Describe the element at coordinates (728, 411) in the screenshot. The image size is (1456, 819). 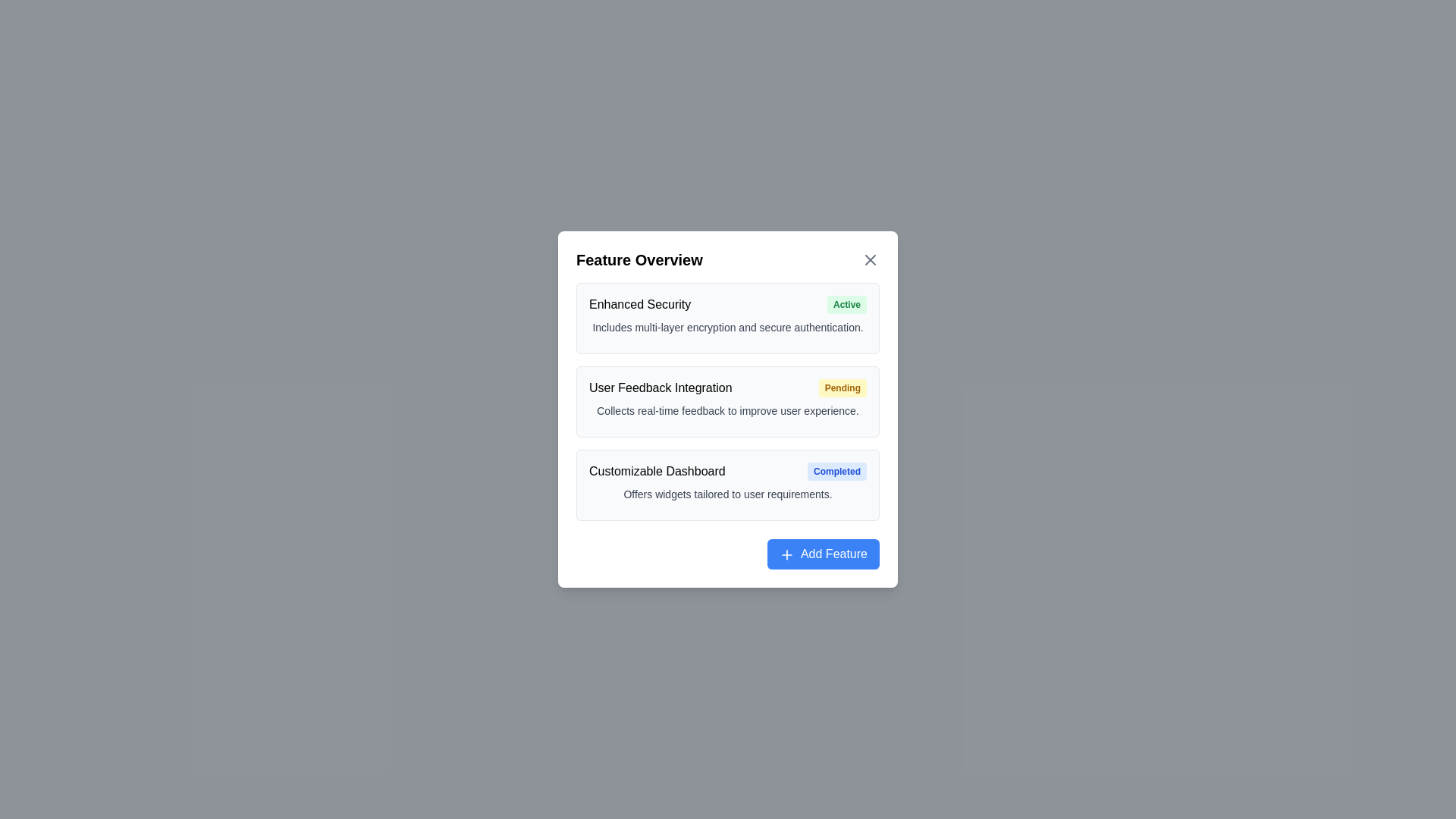
I see `the text element that provides a brief description of the 'User Feedback Integration' feature, located below its sub-header and status 'Pending'` at that location.